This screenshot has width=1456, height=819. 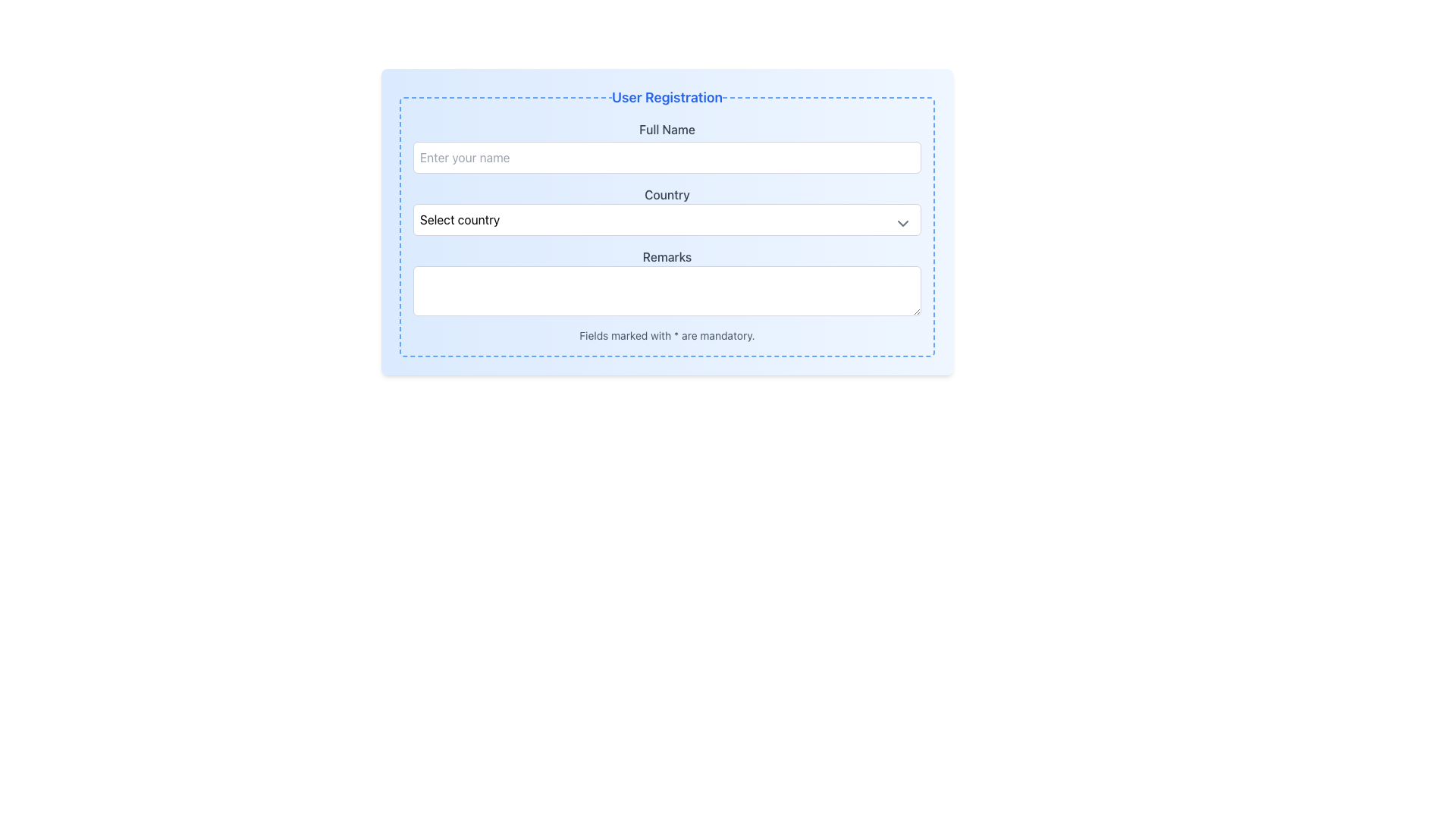 What do you see at coordinates (667, 335) in the screenshot?
I see `the text label that displays the message 'Fields marked with * are mandatory.' located at the bottom of the user registration form` at bounding box center [667, 335].